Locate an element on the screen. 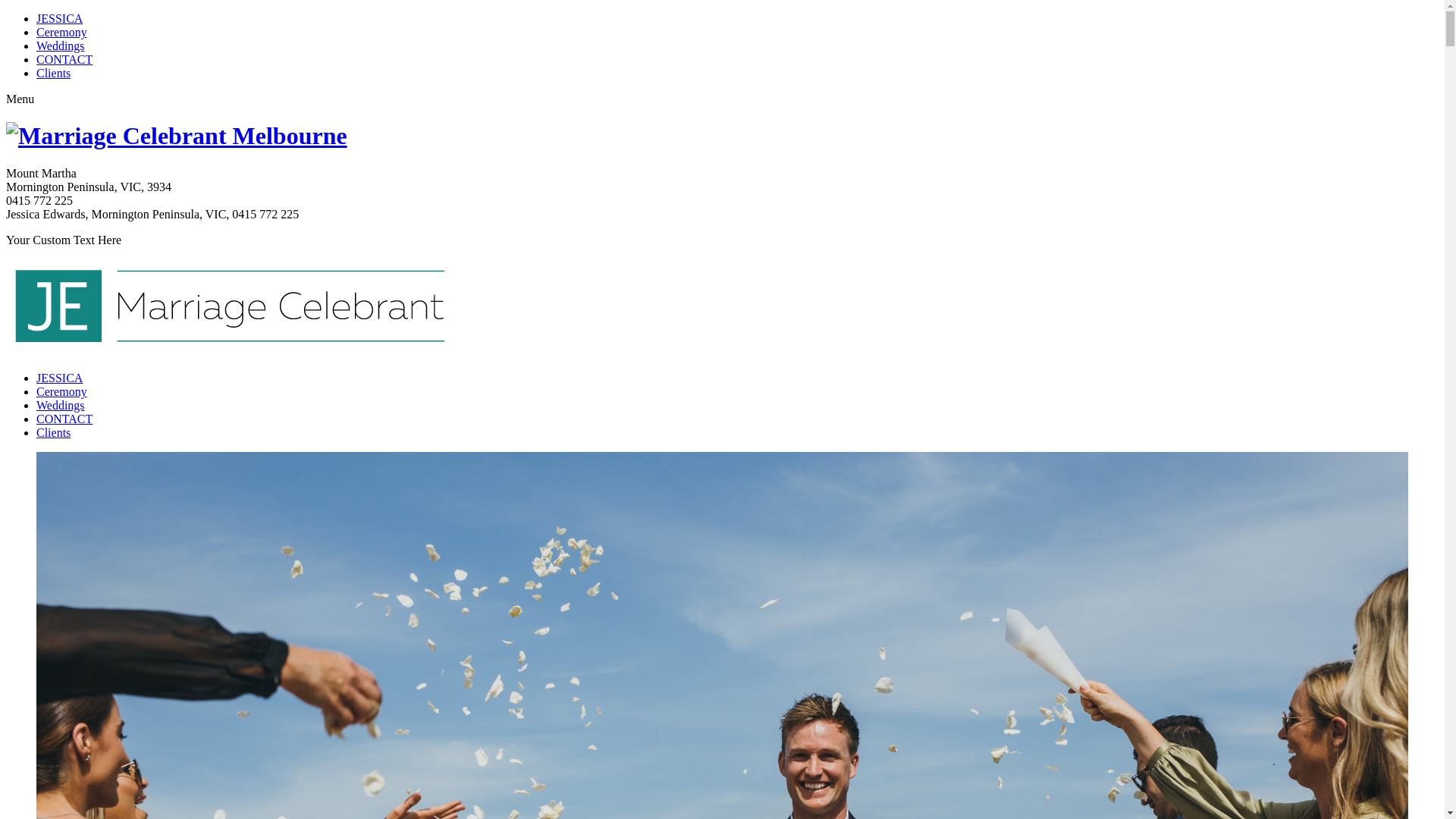 The image size is (1456, 819). 'Weddings' is located at coordinates (61, 404).